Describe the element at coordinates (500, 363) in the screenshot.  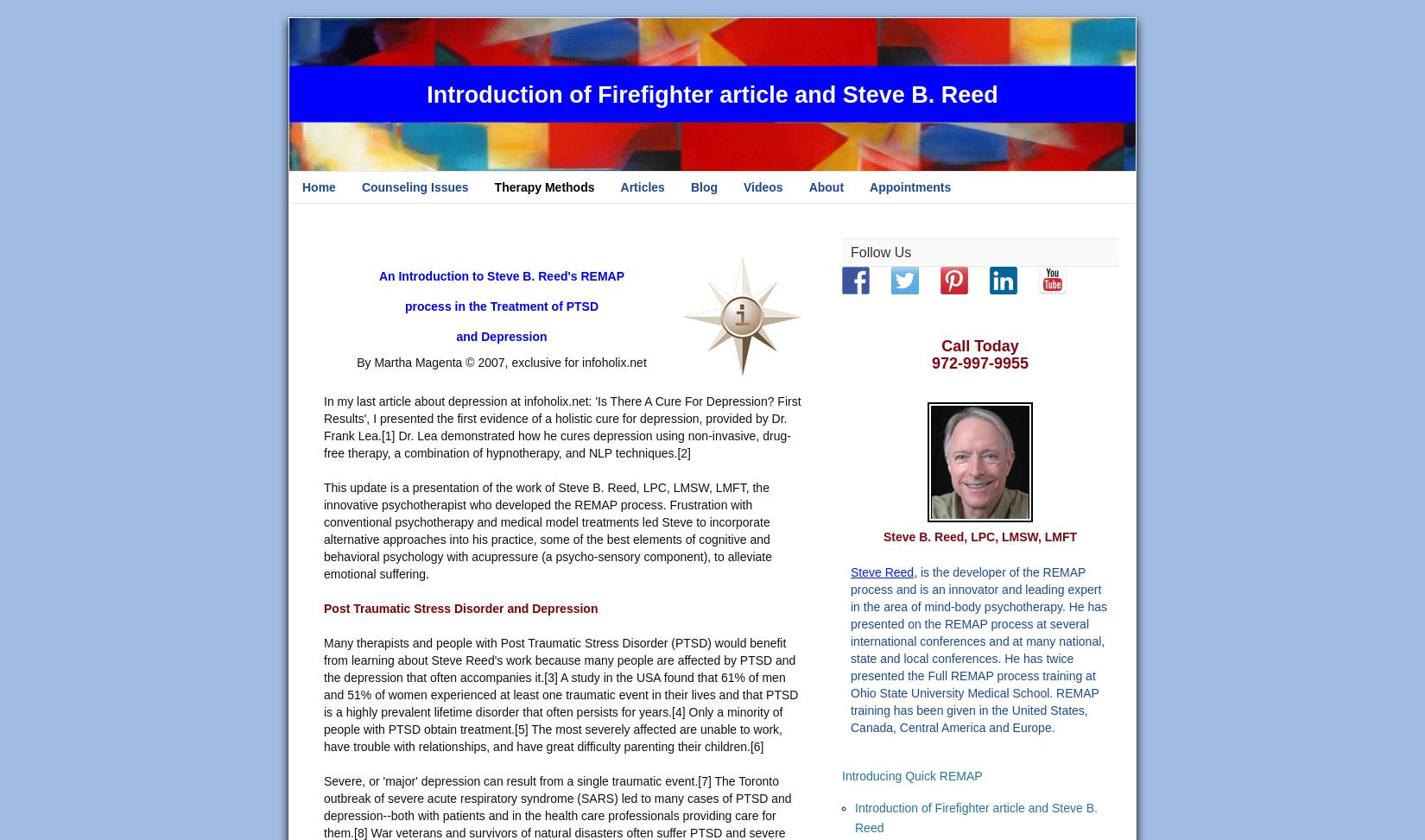
I see `'By Martha Magenta © 2007, exclusive for infoholix.net'` at that location.